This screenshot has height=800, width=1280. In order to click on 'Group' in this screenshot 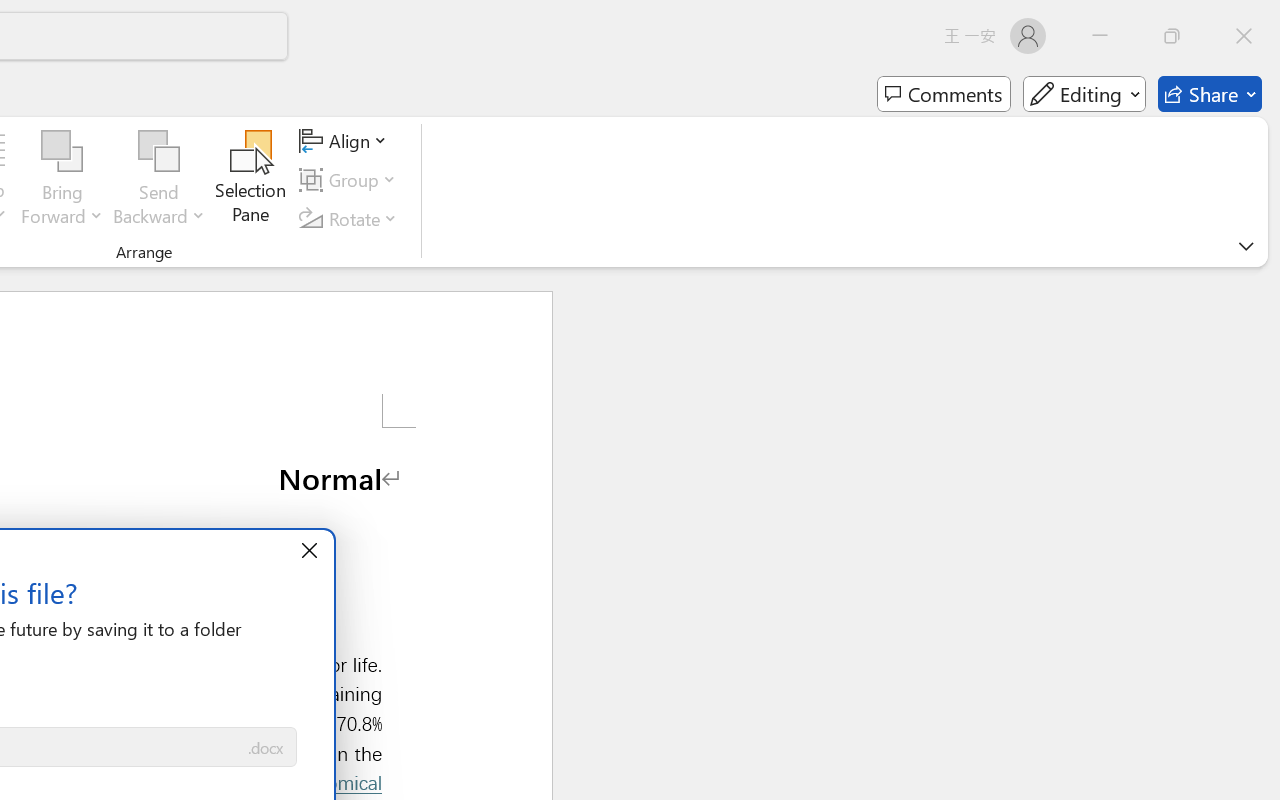, I will do `click(351, 179)`.